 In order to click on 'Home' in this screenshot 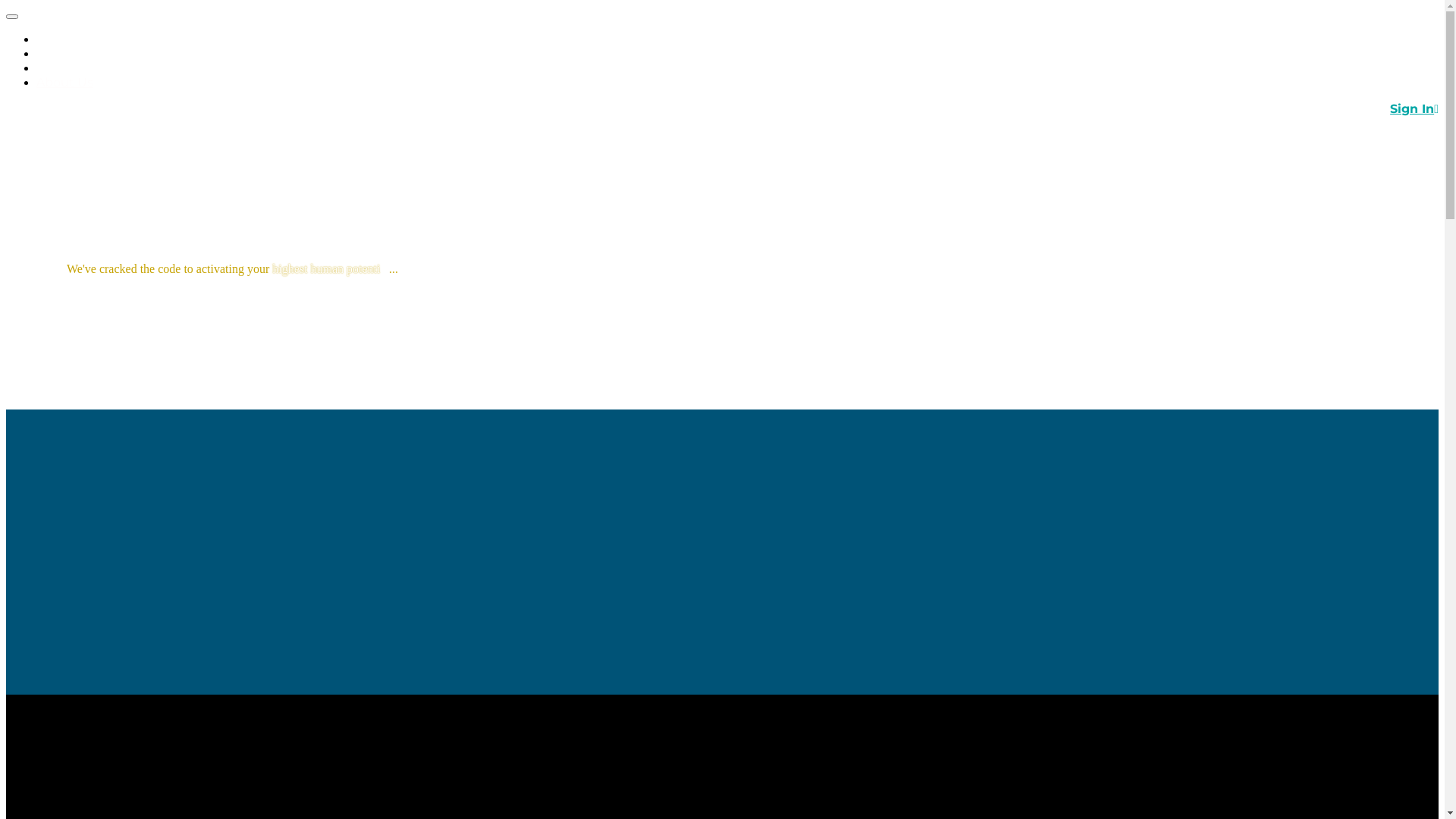, I will do `click(55, 38)`.